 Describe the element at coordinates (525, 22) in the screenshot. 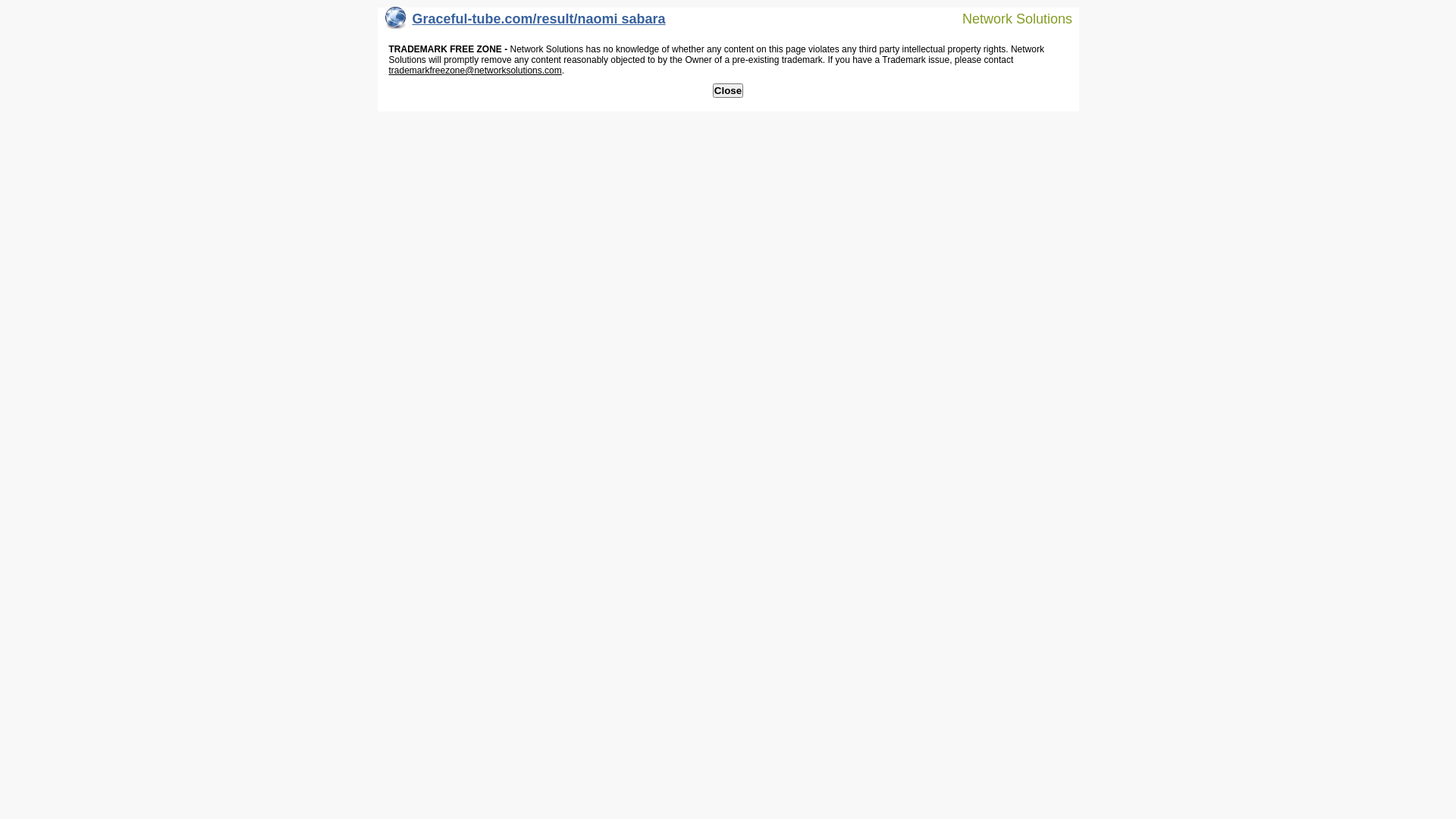

I see `'Graceful-tube.com/result/naomi sabara'` at that location.